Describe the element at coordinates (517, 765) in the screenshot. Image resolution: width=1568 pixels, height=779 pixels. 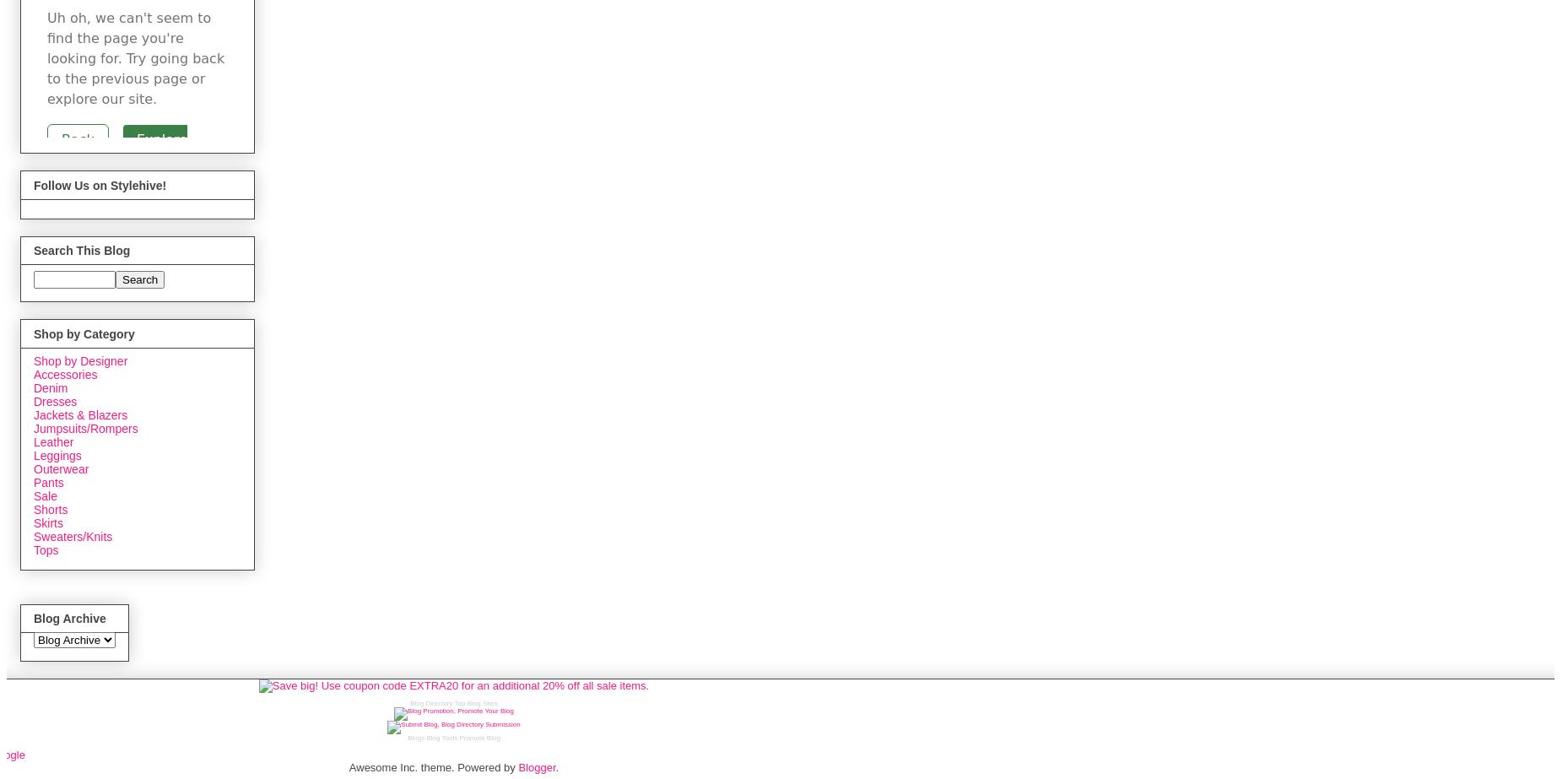
I see `'Blogger'` at that location.